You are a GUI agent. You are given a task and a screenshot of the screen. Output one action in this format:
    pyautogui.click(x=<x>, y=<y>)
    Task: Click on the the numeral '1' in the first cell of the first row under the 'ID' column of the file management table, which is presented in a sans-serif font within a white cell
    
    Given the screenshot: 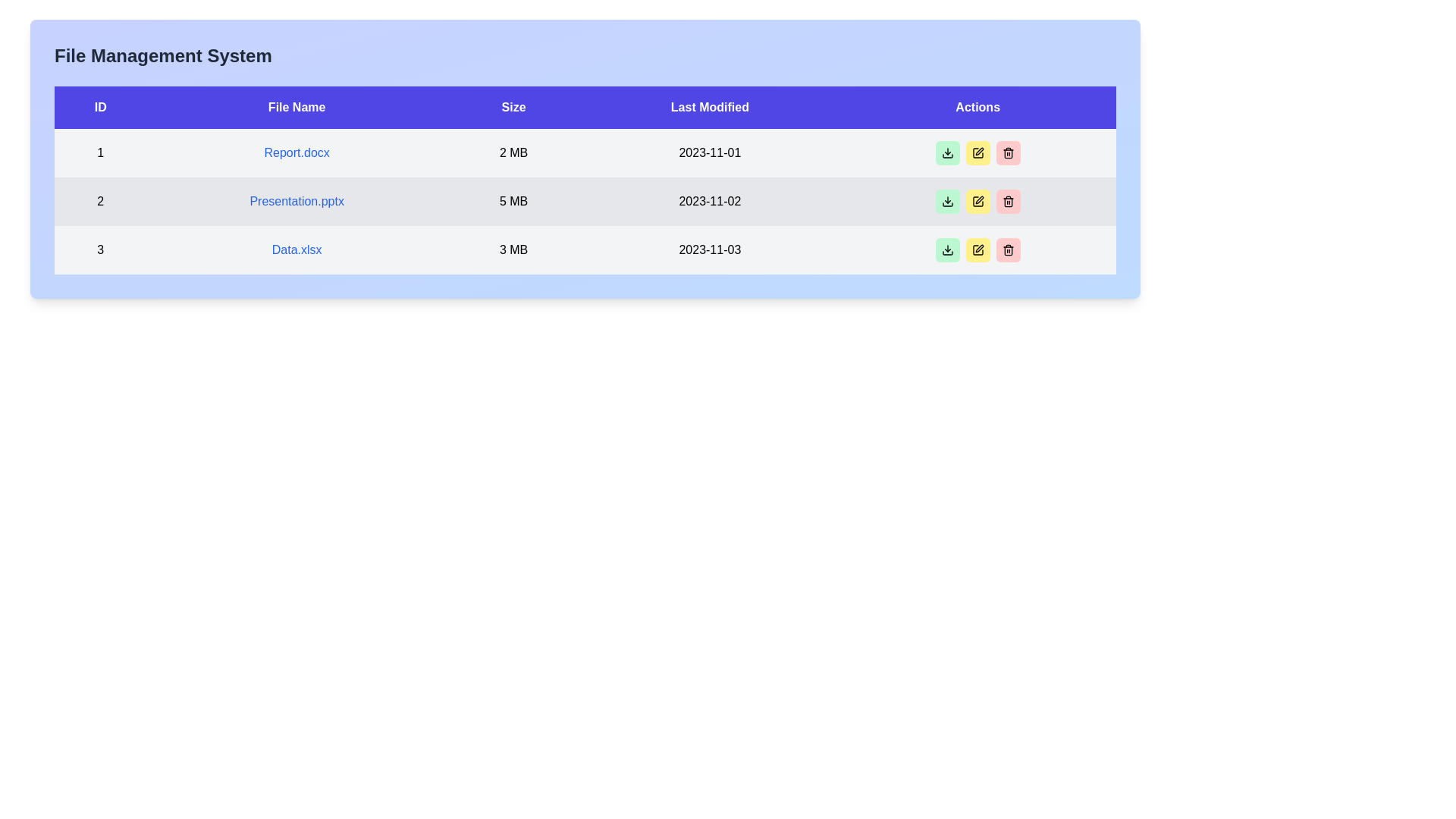 What is the action you would take?
    pyautogui.click(x=99, y=152)
    